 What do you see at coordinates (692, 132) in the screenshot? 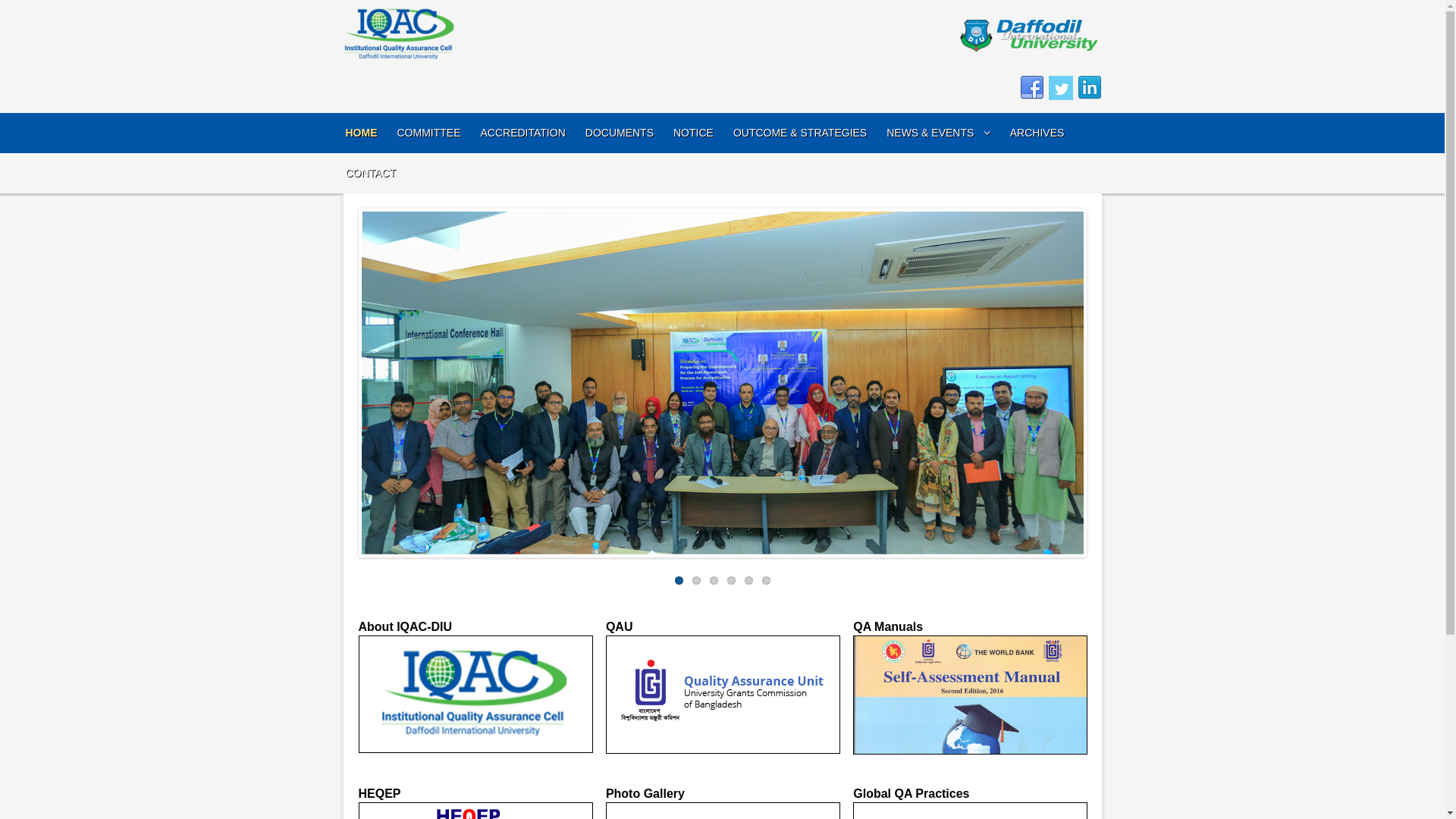
I see `'NOTICE'` at bounding box center [692, 132].